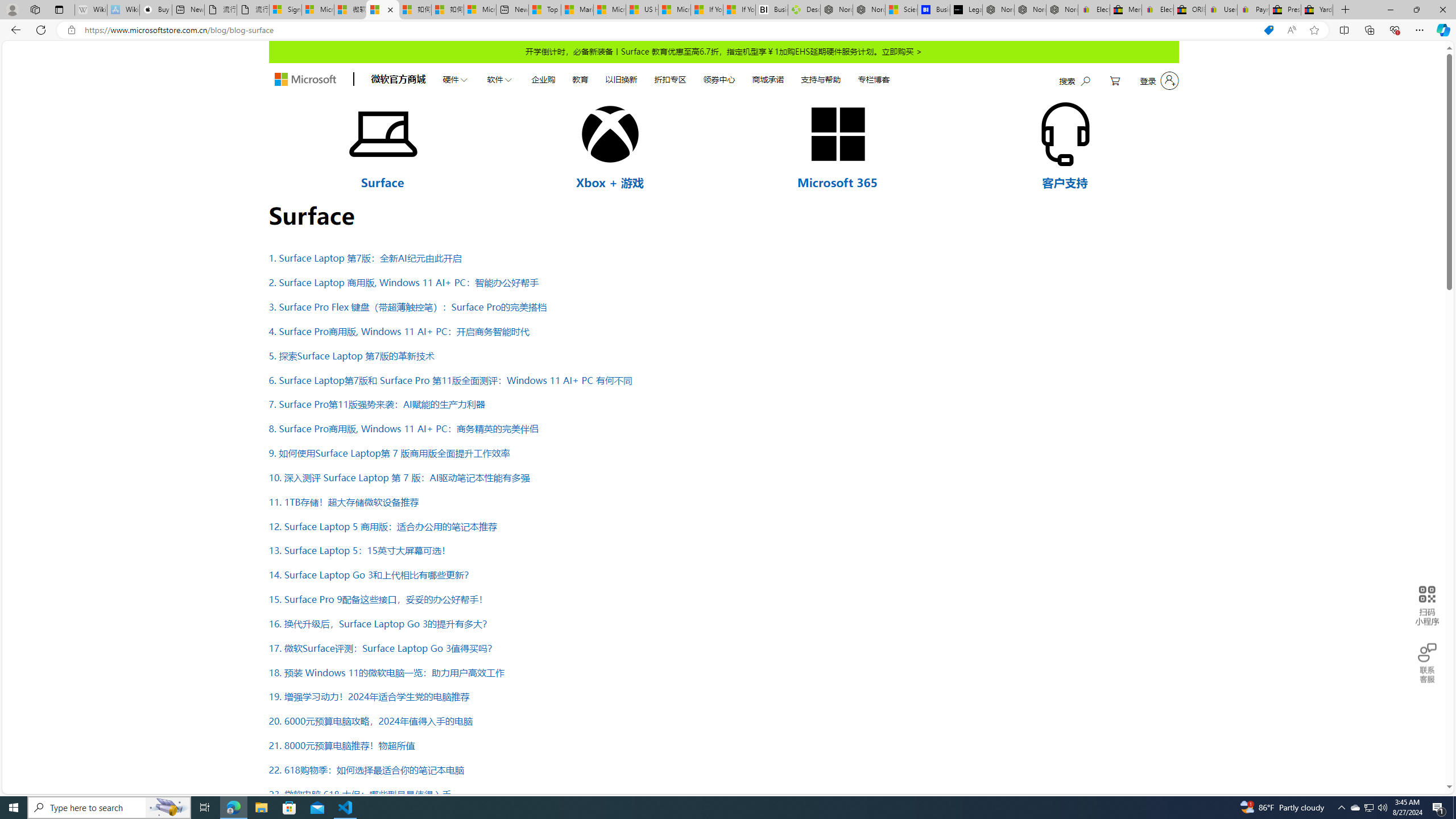 The image size is (1456, 819). Describe the element at coordinates (1115, 80) in the screenshot. I see `'My Cart'` at that location.